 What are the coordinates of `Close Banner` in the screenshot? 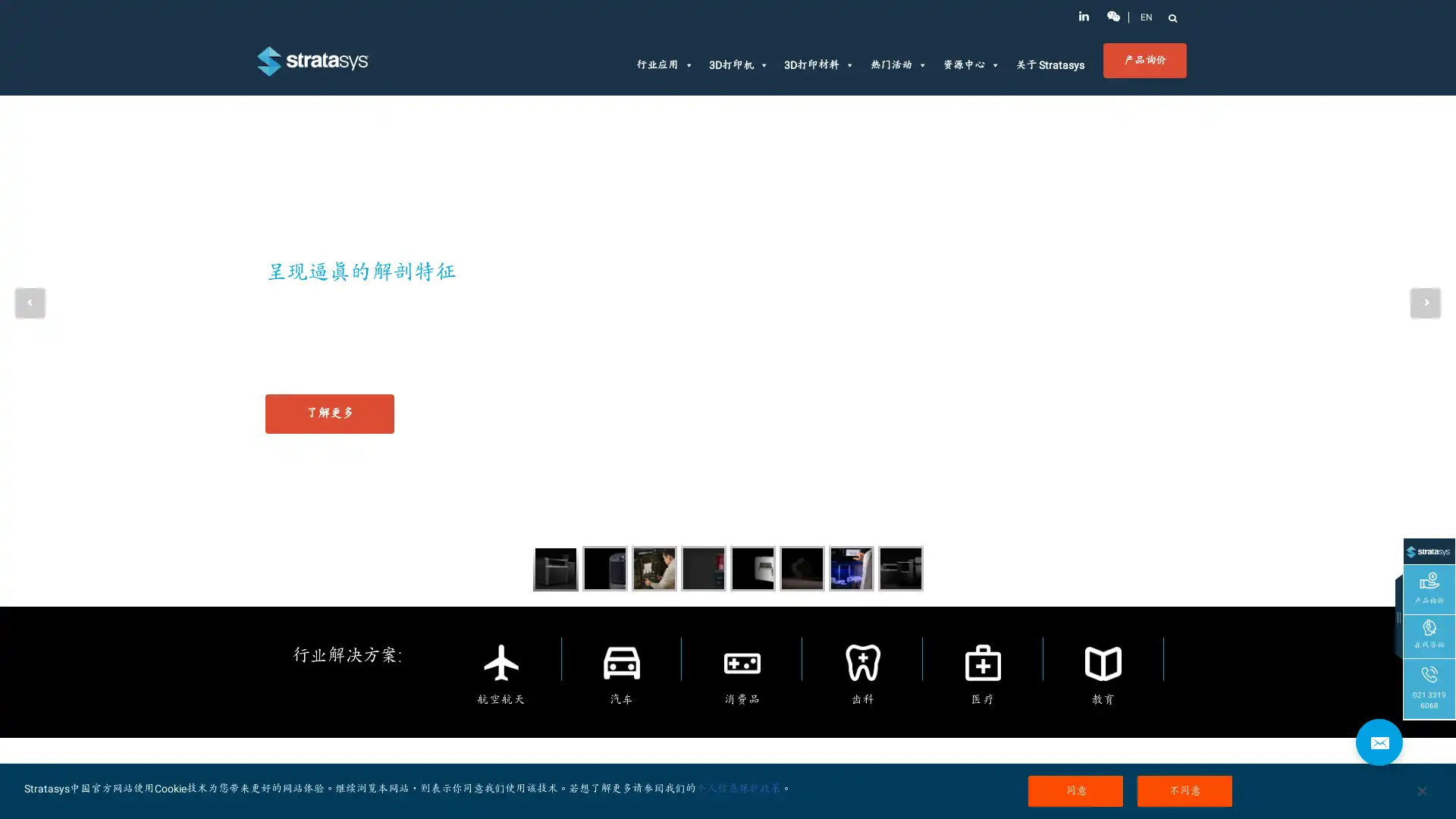 It's located at (1420, 789).